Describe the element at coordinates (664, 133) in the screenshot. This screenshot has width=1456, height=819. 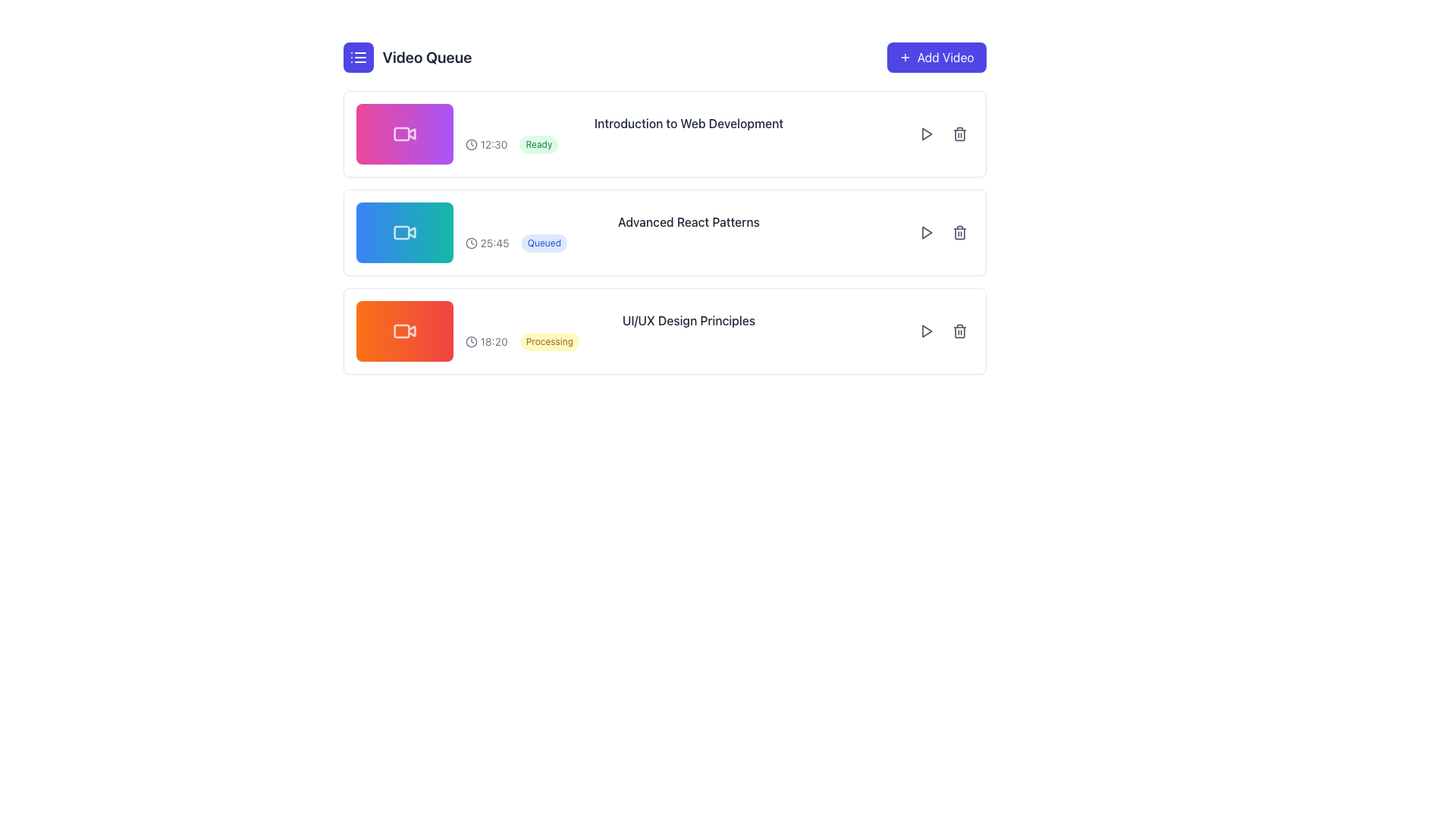
I see `details presented on the first informational card in the 'Video Queue' section, which includes the video's title, duration, and current status` at that location.